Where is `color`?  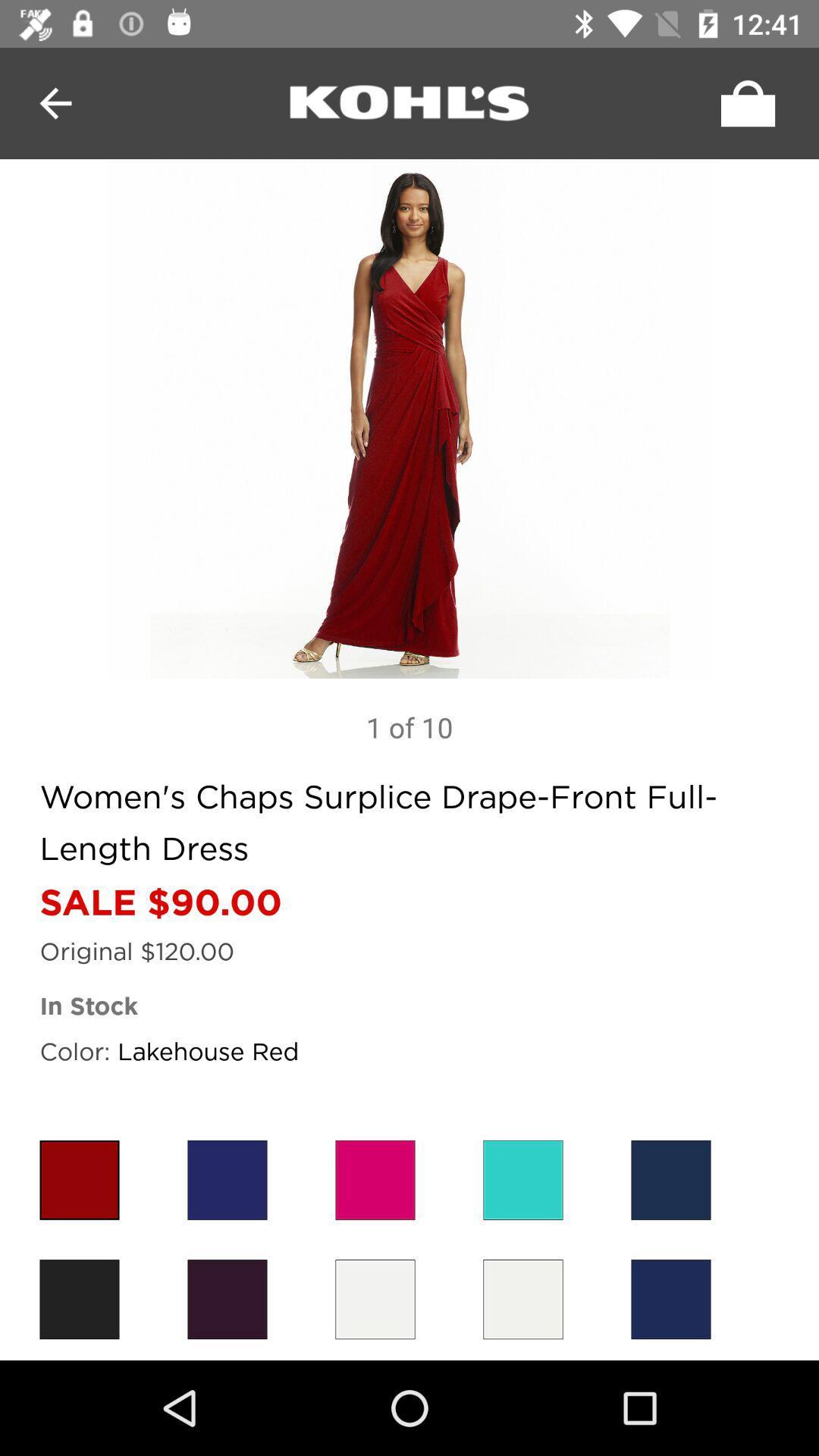
color is located at coordinates (79, 1179).